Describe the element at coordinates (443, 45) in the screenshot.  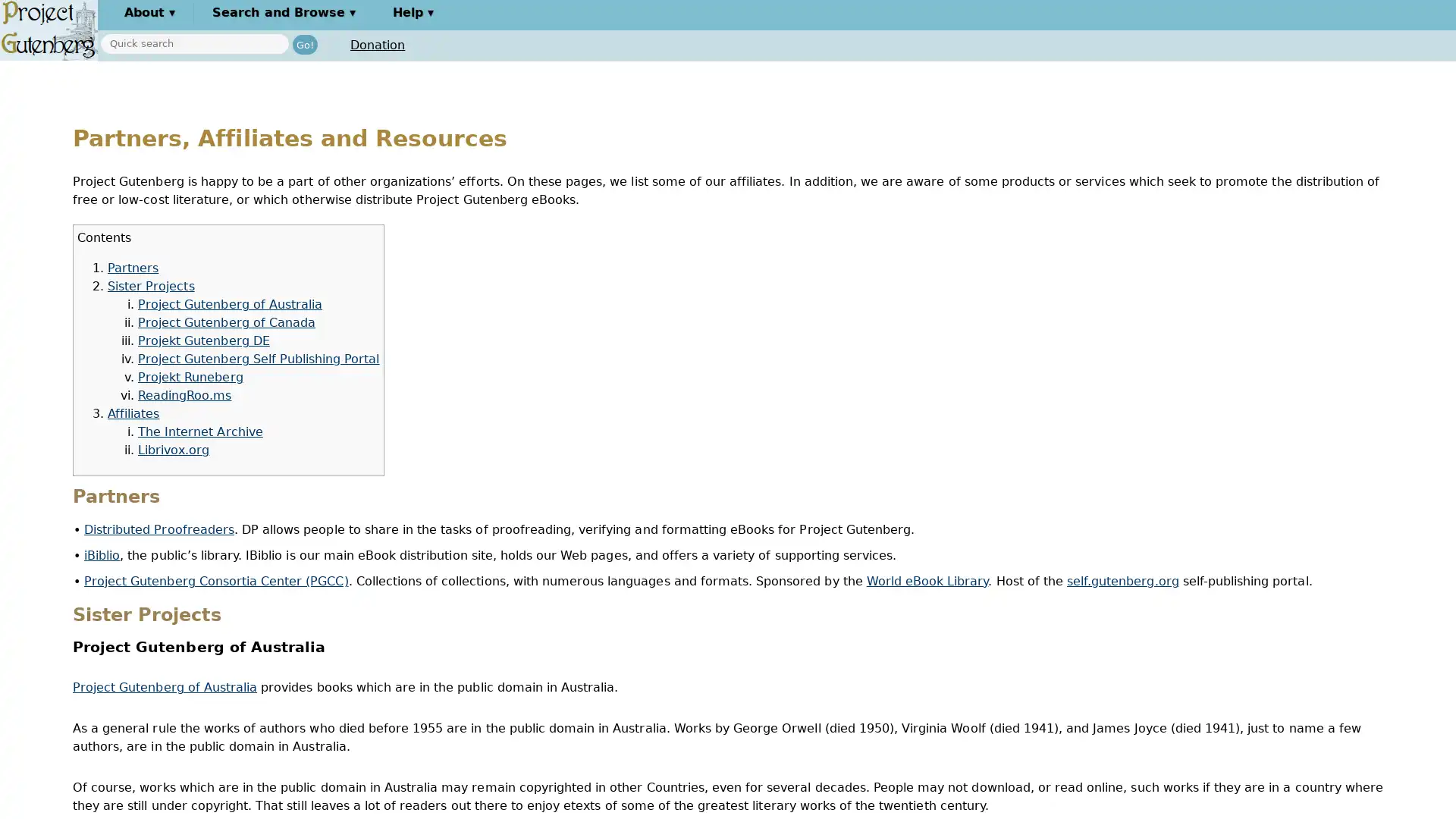
I see `Donate via PayPal` at that location.